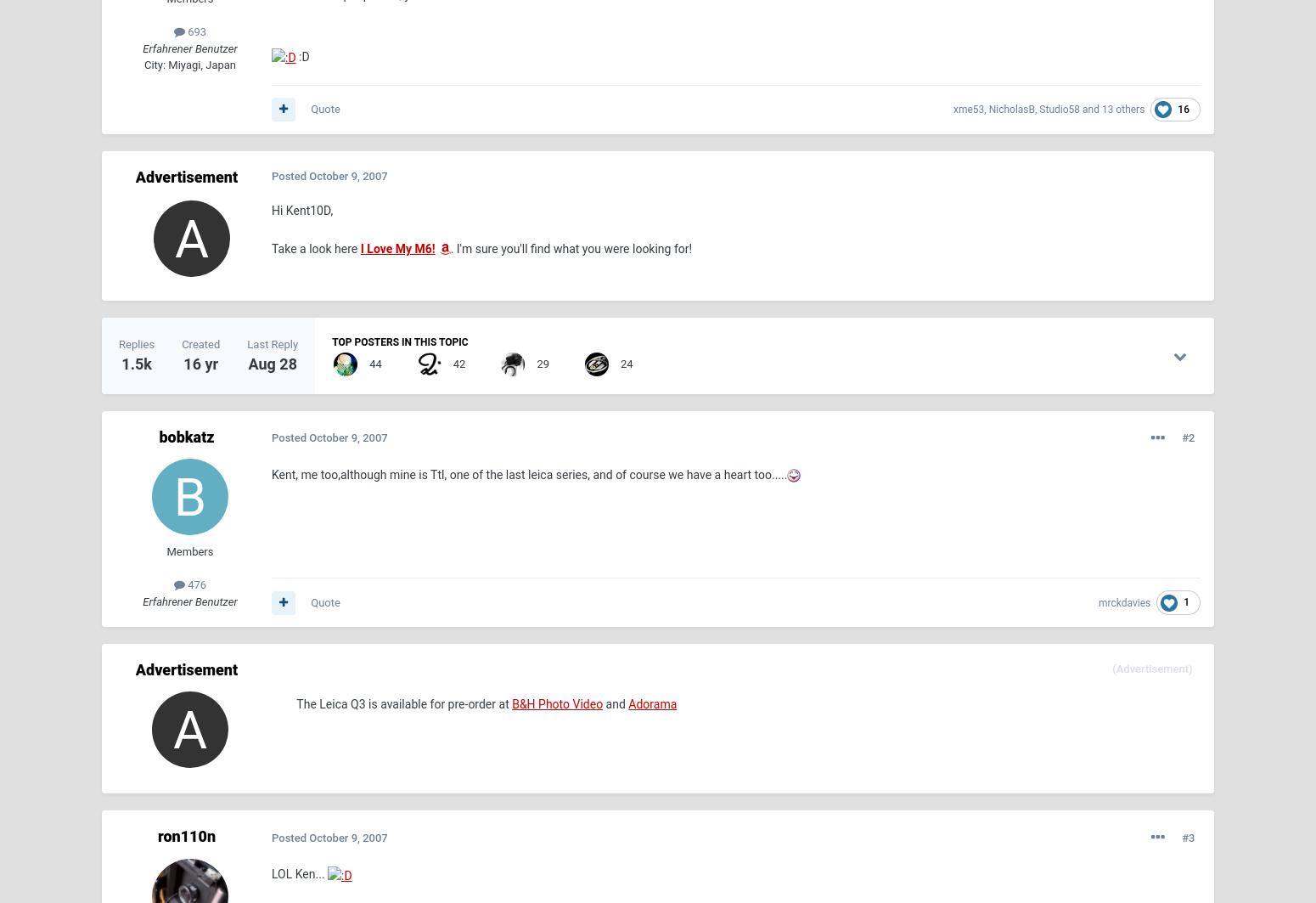 The image size is (1316, 903). What do you see at coordinates (1030, 398) in the screenshot?
I see `'October 18'` at bounding box center [1030, 398].